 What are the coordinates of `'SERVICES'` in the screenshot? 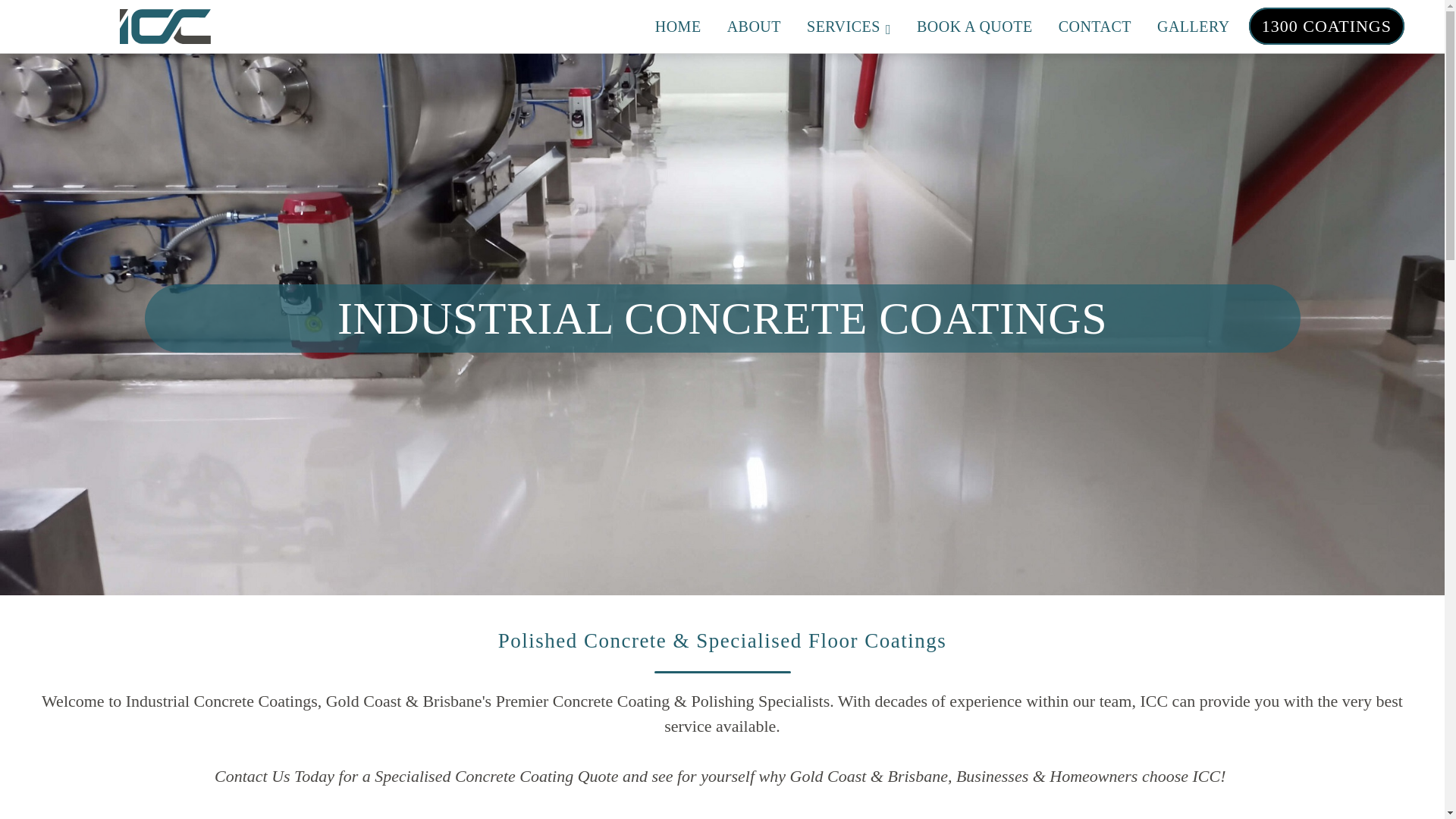 It's located at (848, 26).